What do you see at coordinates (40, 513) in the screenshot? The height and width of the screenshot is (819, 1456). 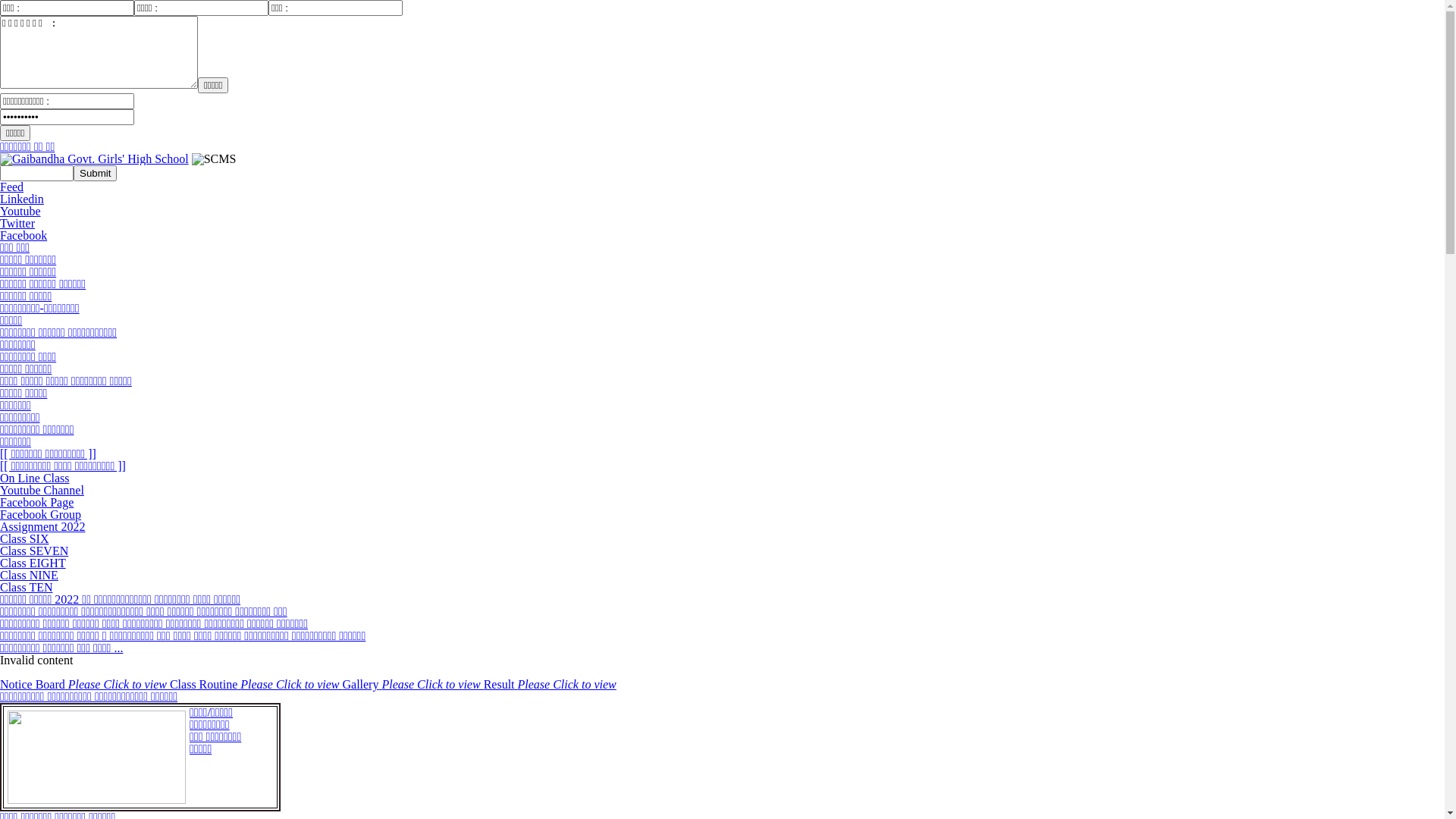 I see `'Facebook Group'` at bounding box center [40, 513].